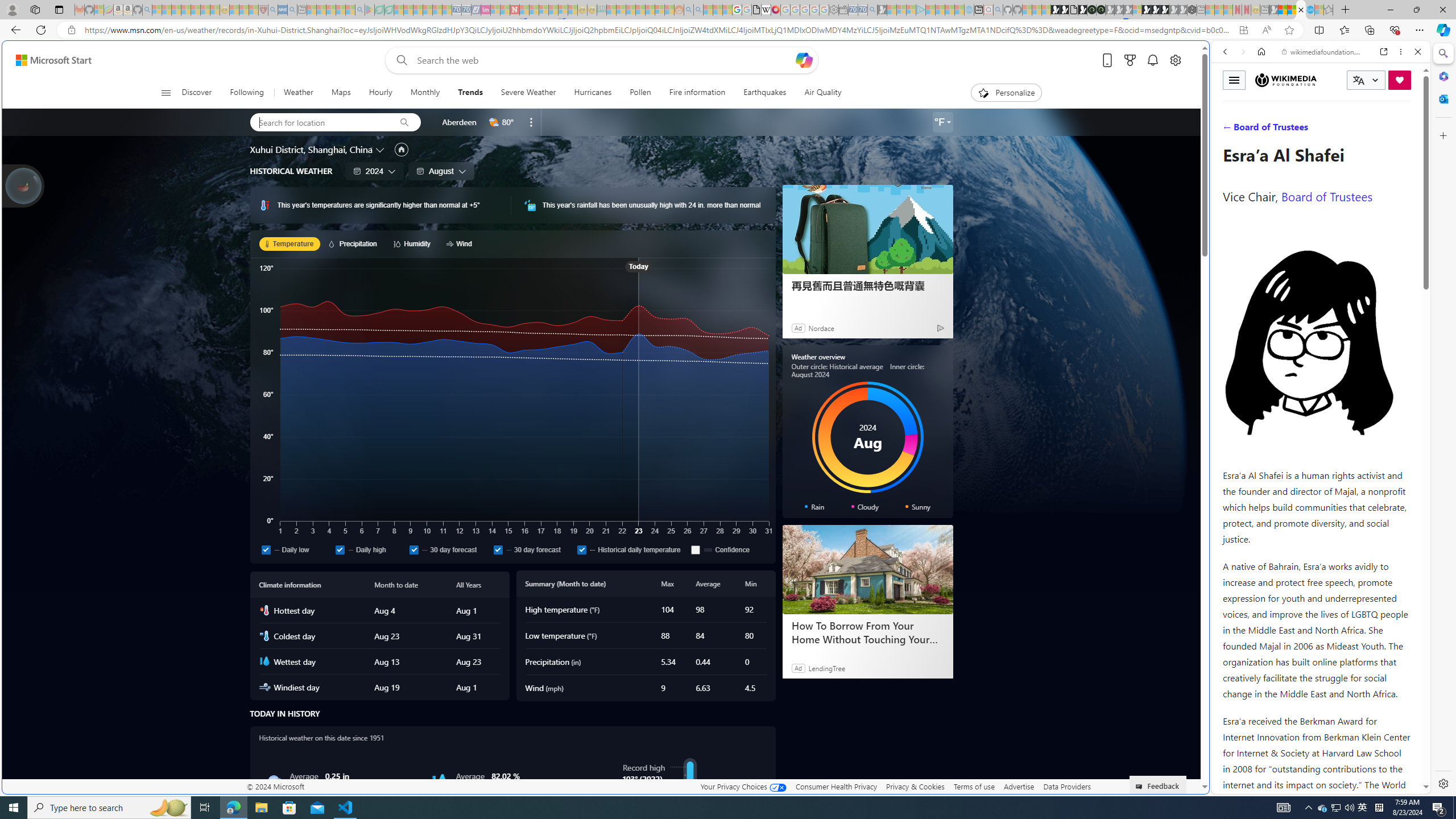 This screenshot has height=819, width=1456. Describe the element at coordinates (696, 92) in the screenshot. I see `'Fire information'` at that location.